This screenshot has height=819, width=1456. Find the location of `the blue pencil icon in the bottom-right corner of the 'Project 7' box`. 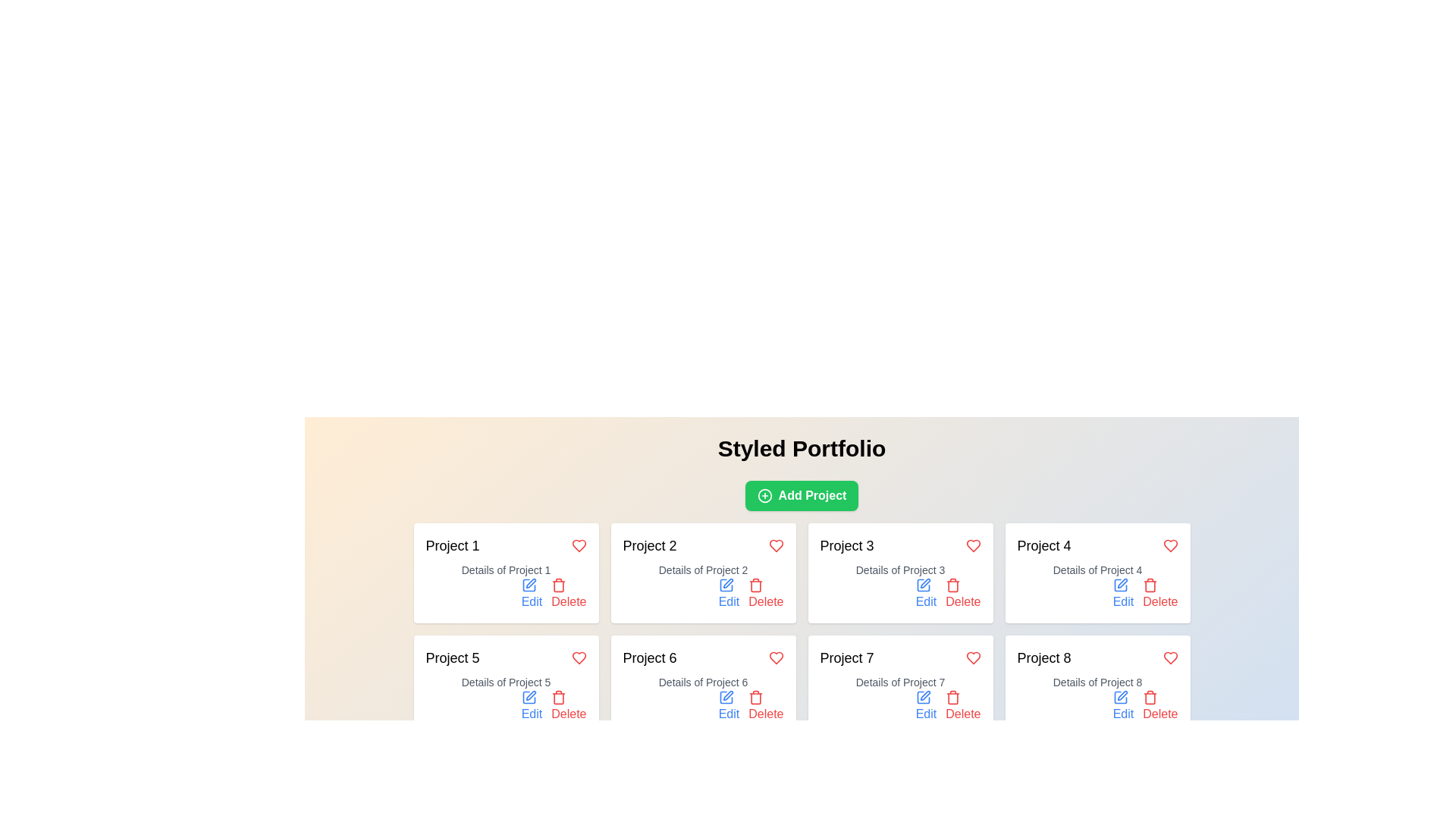

the blue pencil icon in the bottom-right corner of the 'Project 7' box is located at coordinates (922, 698).